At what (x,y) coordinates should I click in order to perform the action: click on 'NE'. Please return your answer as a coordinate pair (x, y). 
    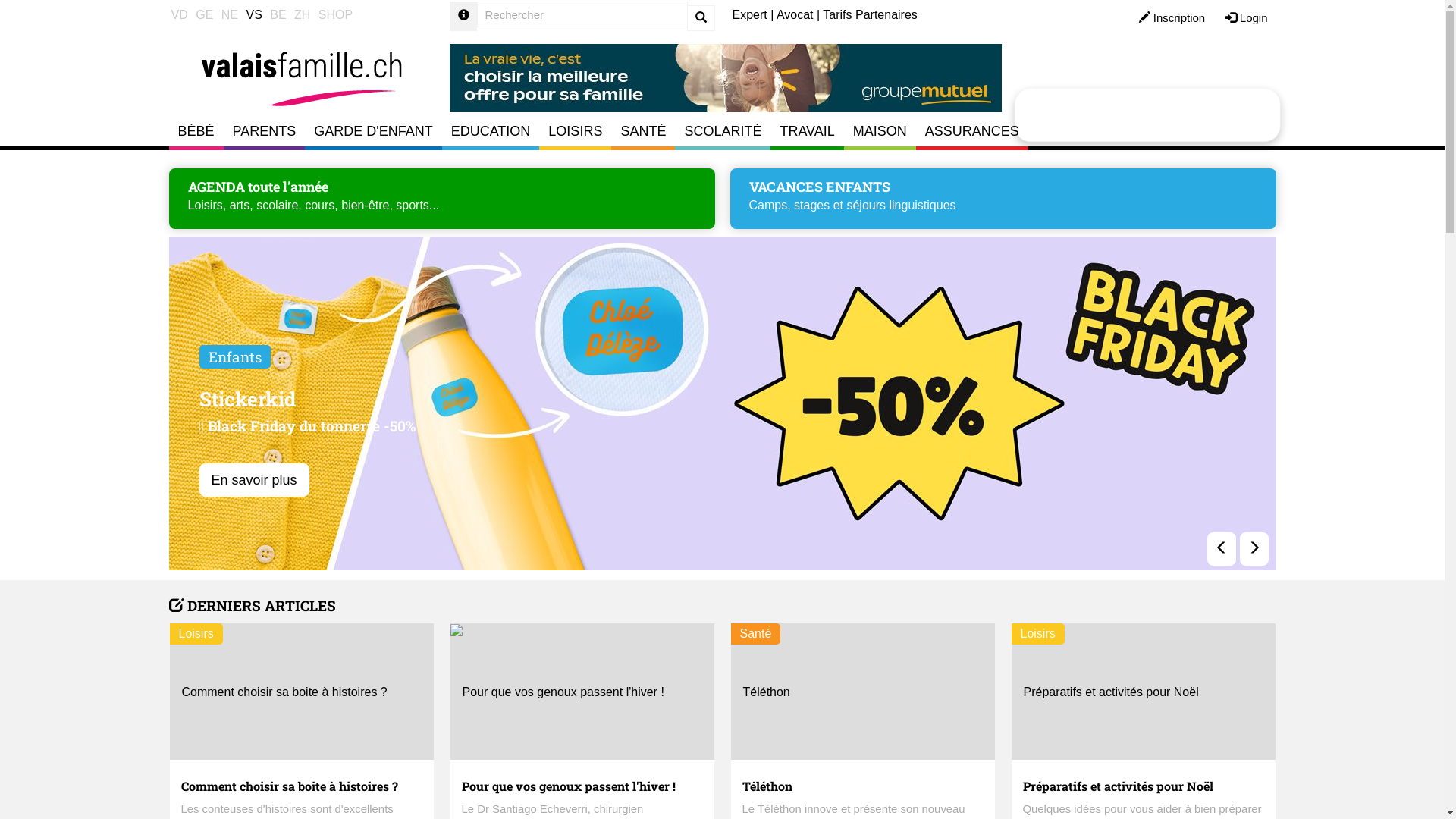
    Looking at the image, I should click on (228, 15).